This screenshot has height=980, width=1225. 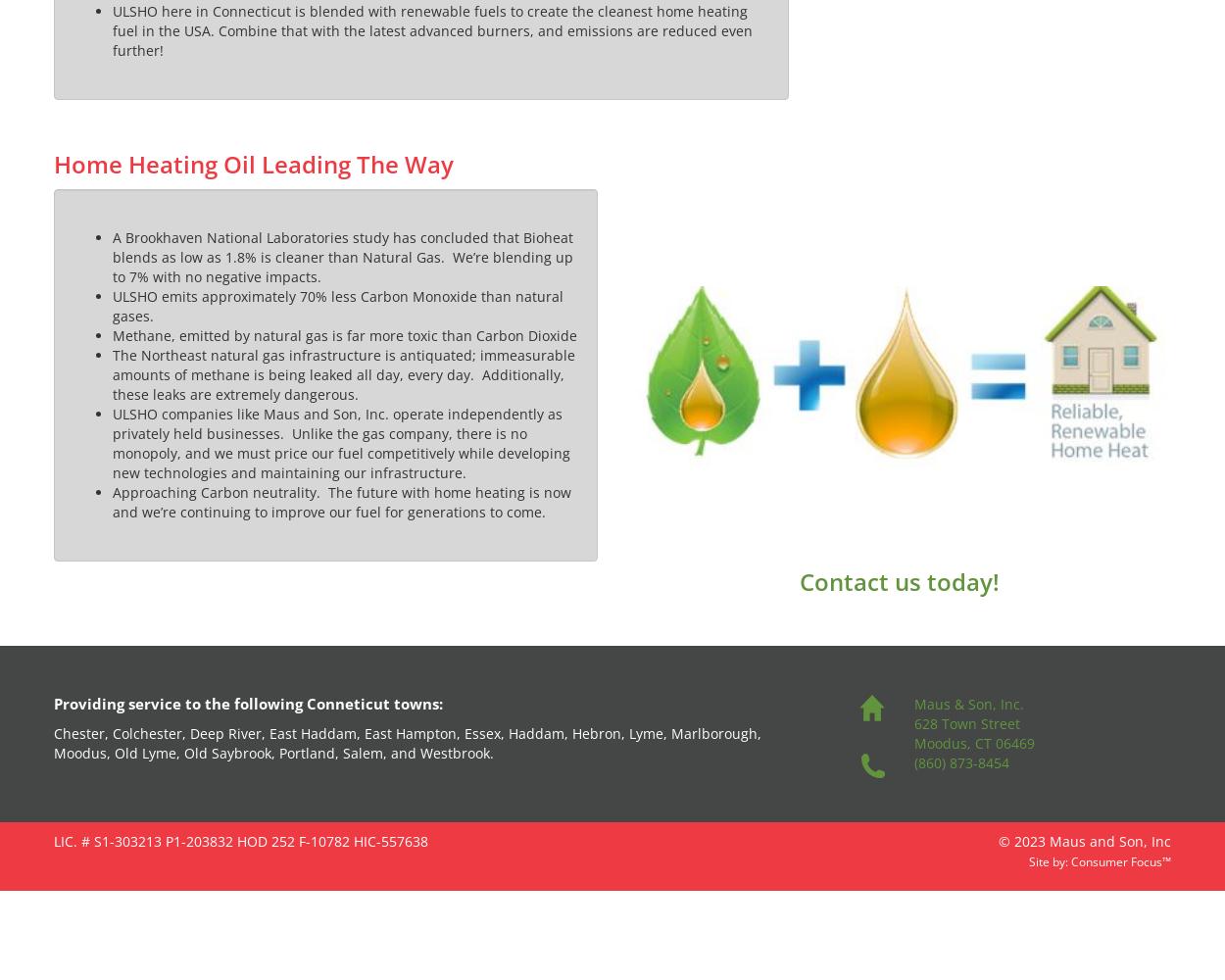 What do you see at coordinates (343, 374) in the screenshot?
I see `'The Northeast natural gas infrastructure is antiquated; immeasurable amounts of methane is being leaked all day, every day.  Additionally, these leaks are extremely dangerous.'` at bounding box center [343, 374].